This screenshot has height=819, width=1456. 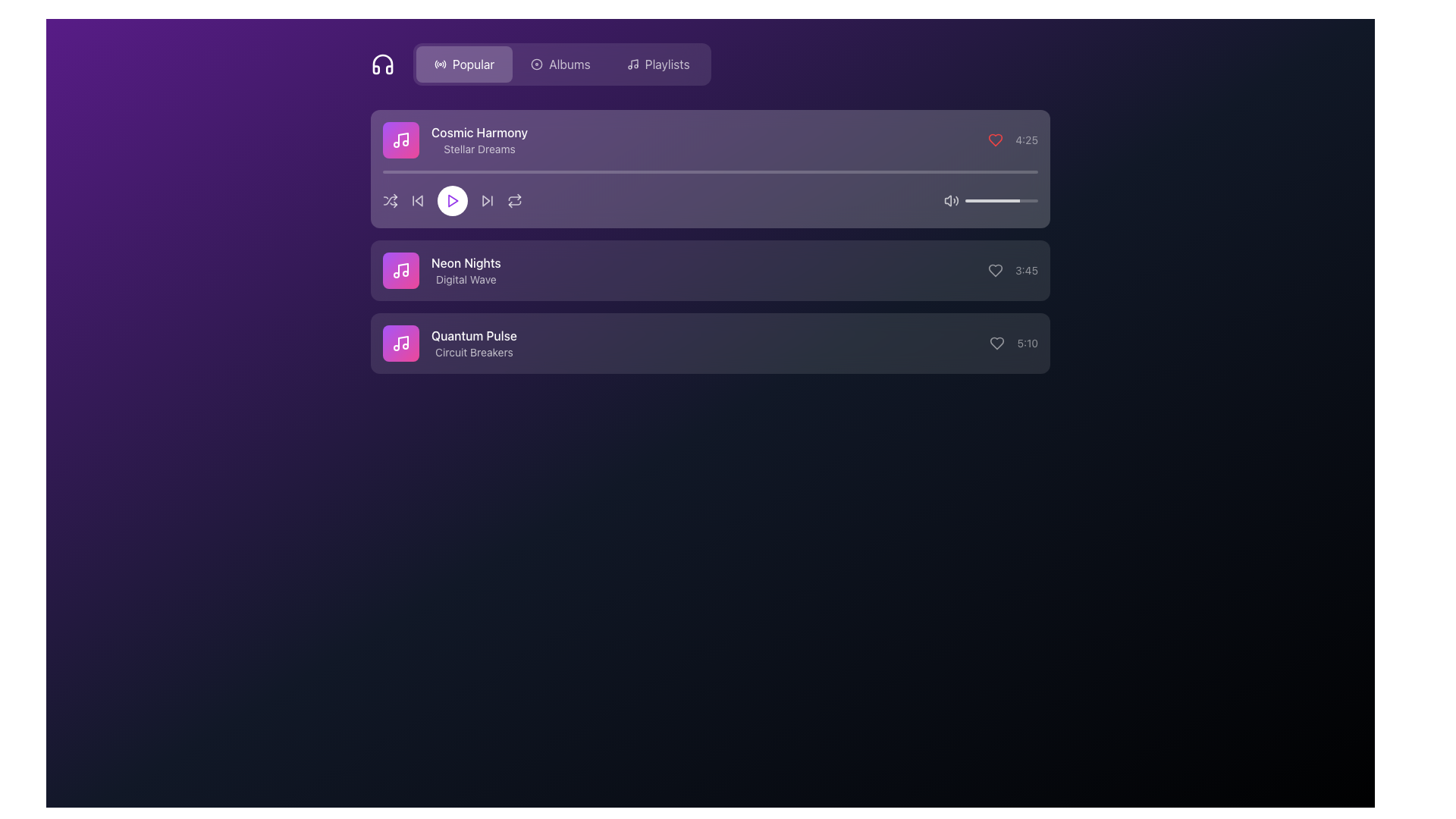 I want to click on volume, so click(x=1034, y=200).